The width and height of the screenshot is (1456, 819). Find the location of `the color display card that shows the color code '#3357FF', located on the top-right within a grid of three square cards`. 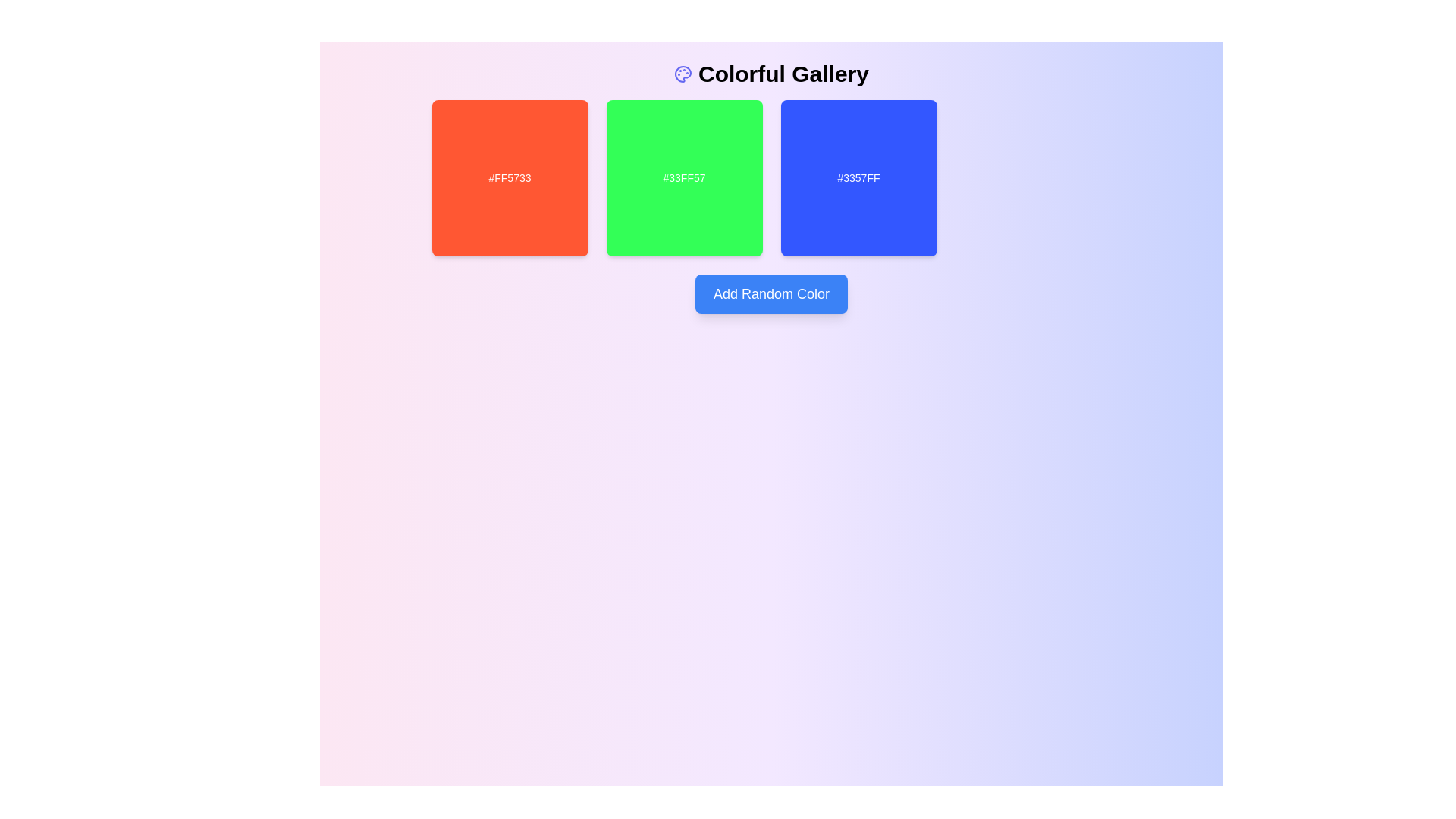

the color display card that shows the color code '#3357FF', located on the top-right within a grid of three square cards is located at coordinates (858, 177).